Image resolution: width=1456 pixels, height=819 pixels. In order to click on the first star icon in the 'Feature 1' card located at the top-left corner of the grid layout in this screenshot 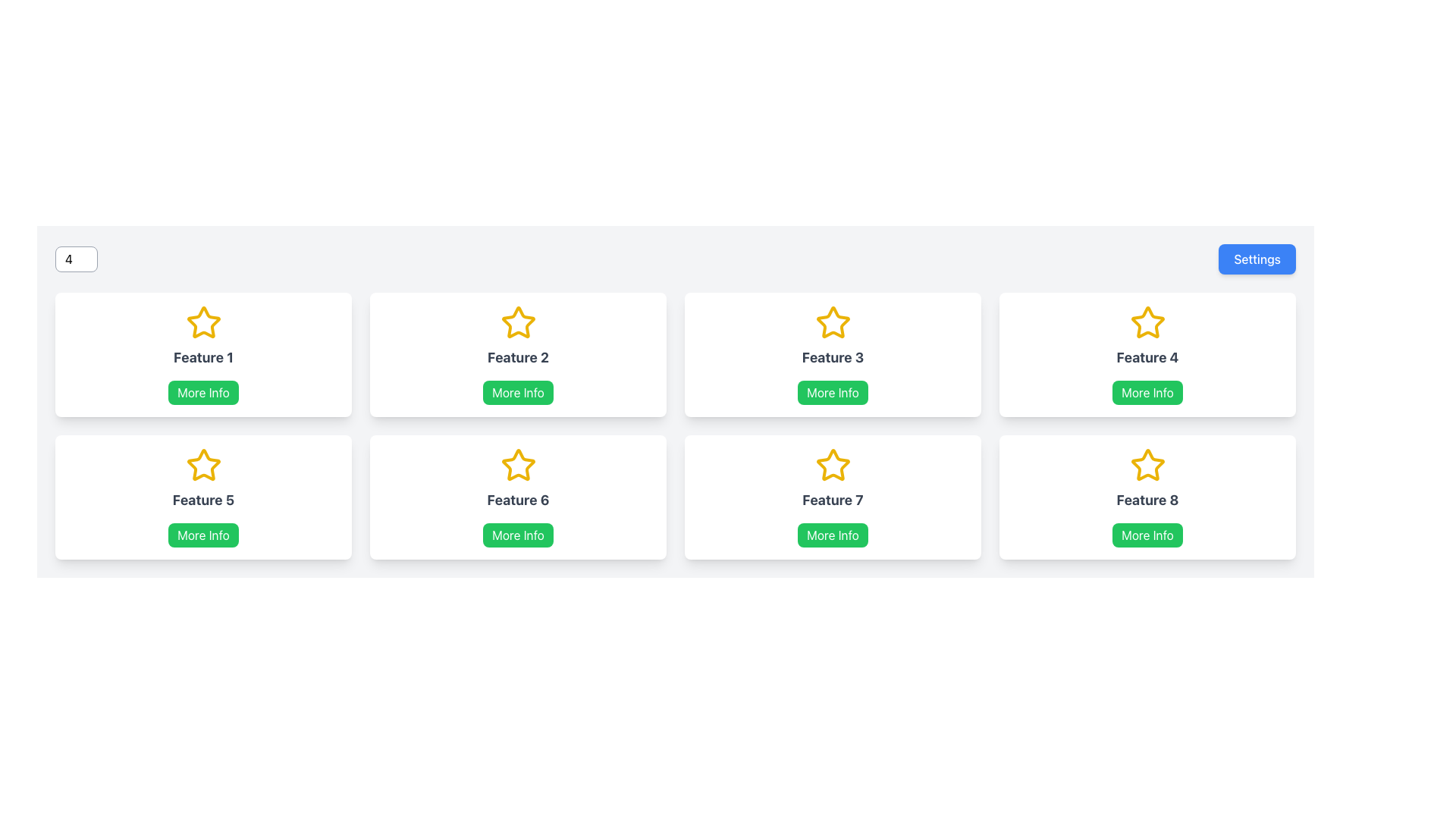, I will do `click(202, 322)`.